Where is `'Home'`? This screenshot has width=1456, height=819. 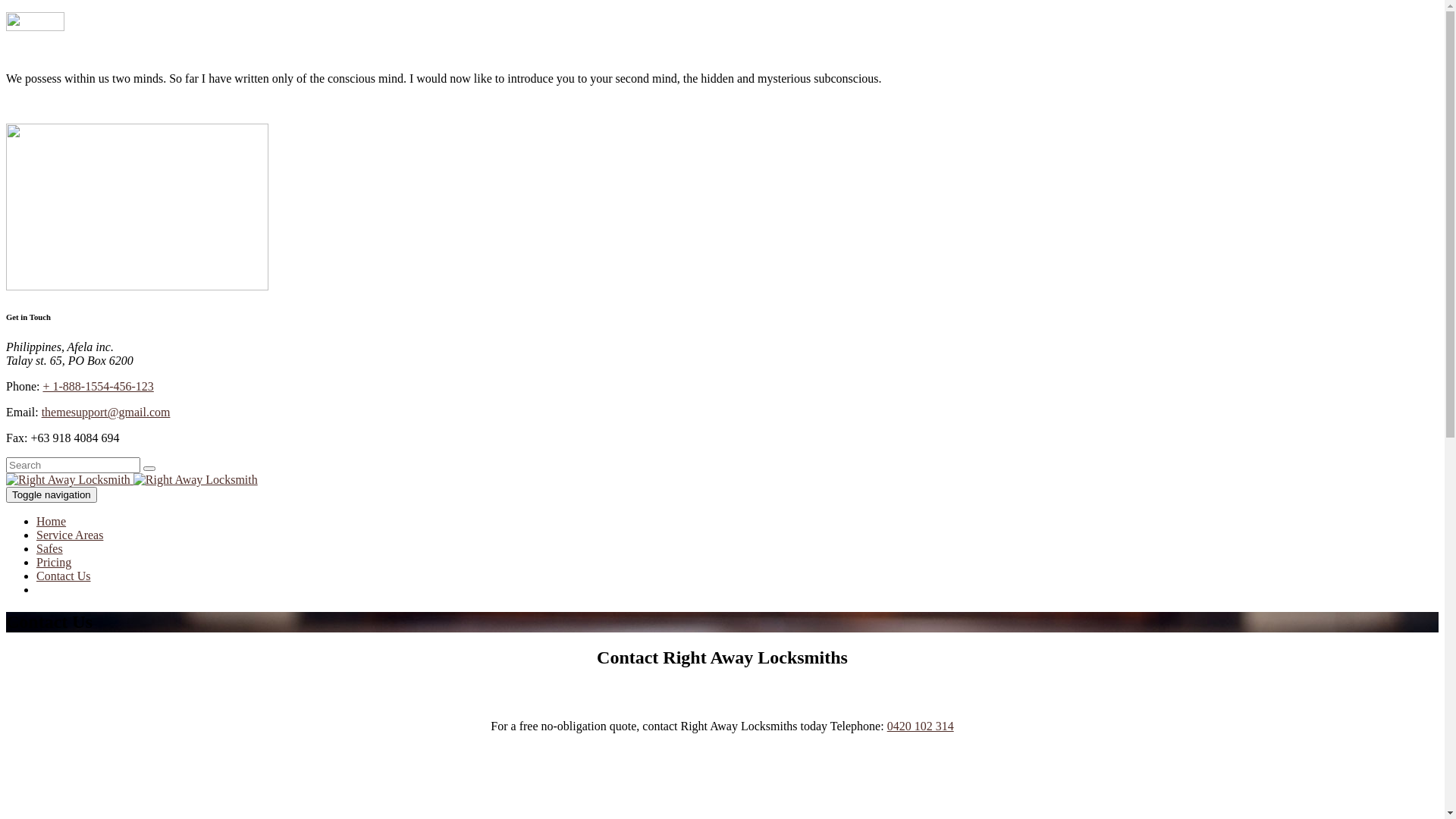 'Home' is located at coordinates (36, 520).